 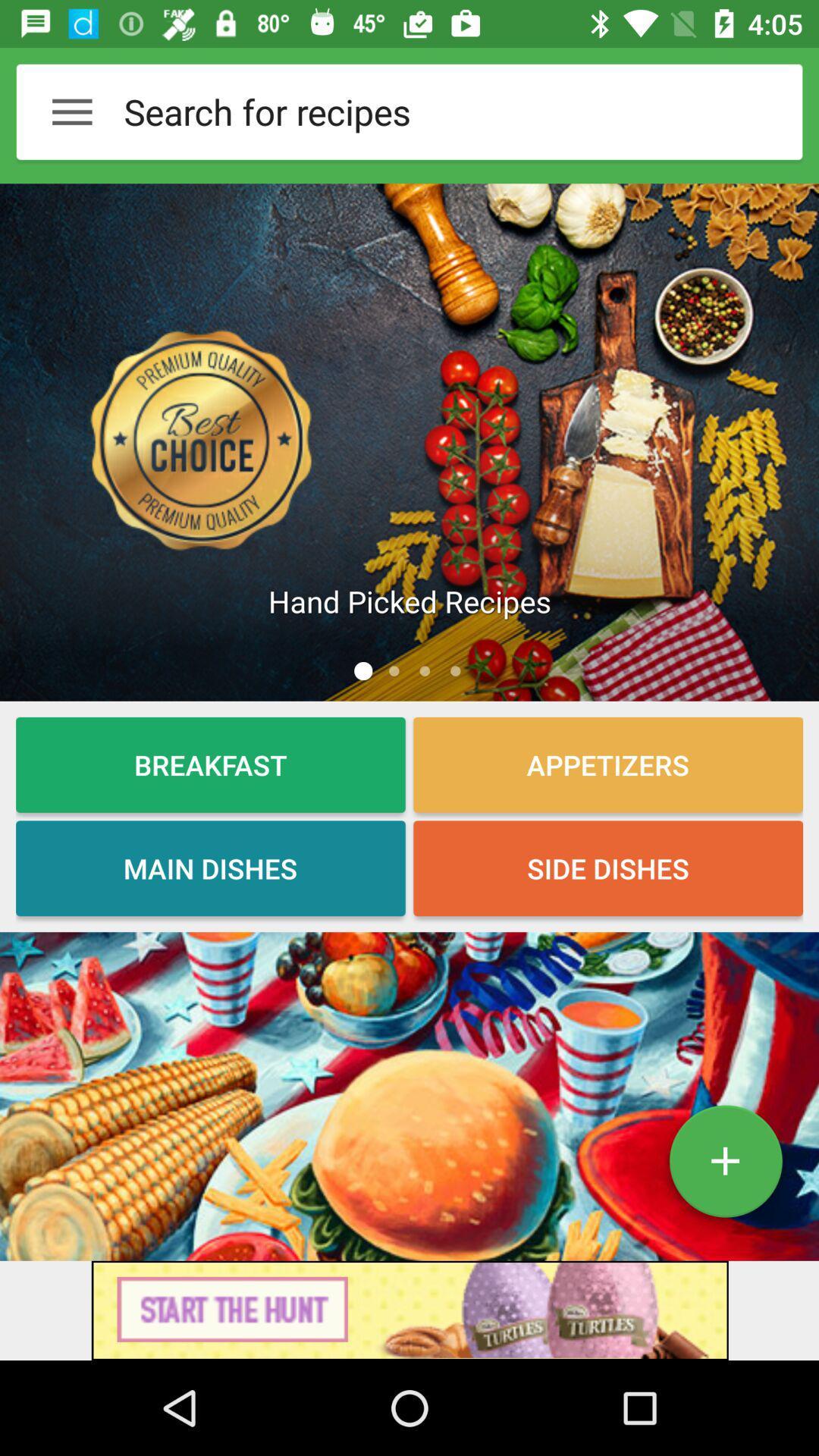 What do you see at coordinates (210, 868) in the screenshot?
I see `the button which is below the breakfast` at bounding box center [210, 868].